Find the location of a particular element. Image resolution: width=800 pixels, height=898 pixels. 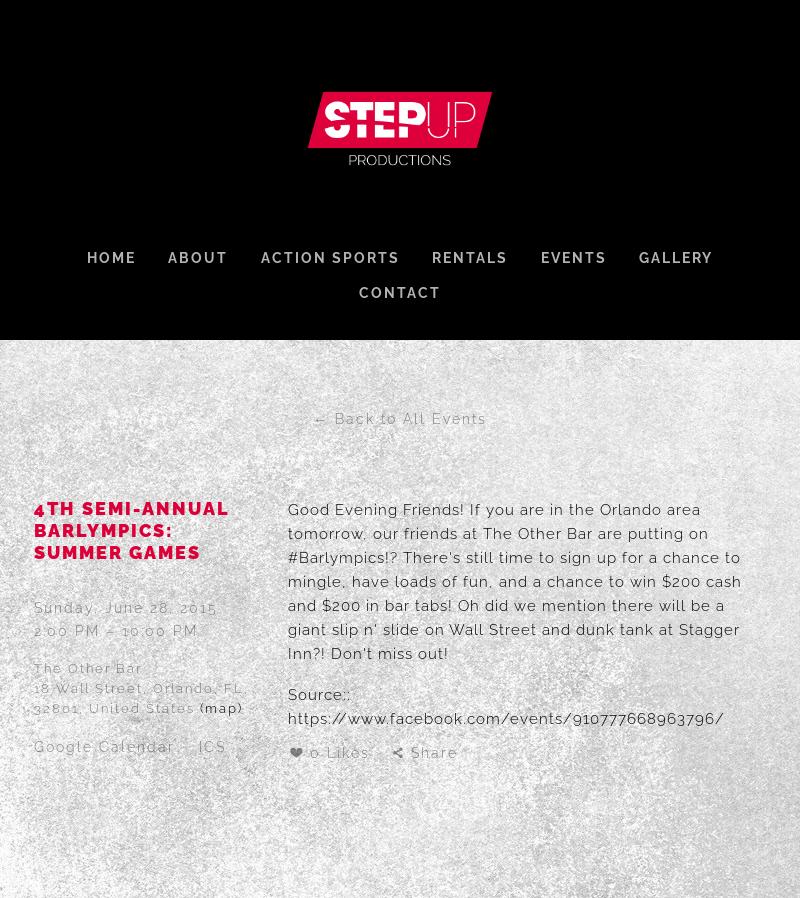

'0 Likes' is located at coordinates (338, 751).